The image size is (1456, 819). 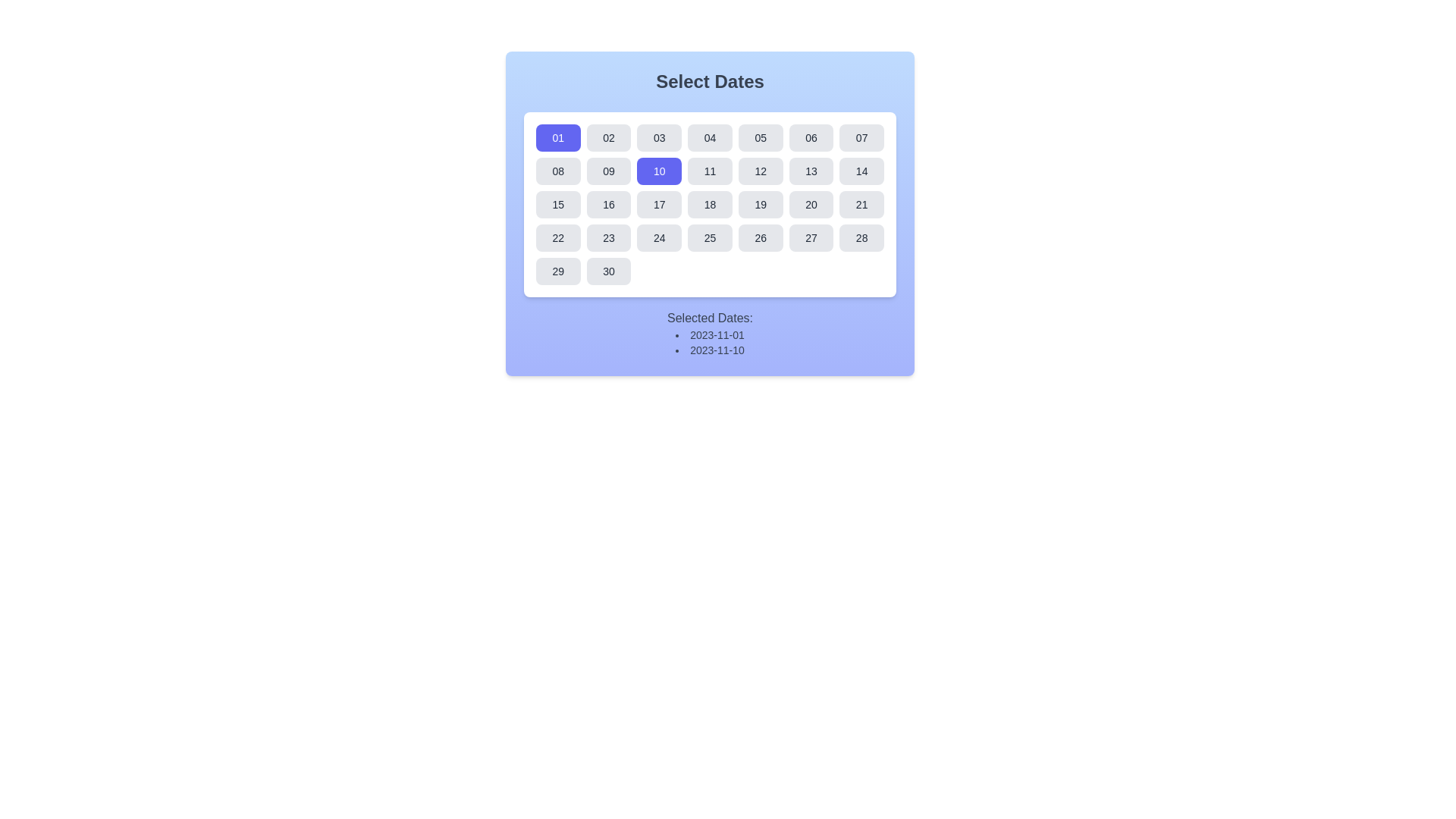 I want to click on the button labeled '29' in the 'Select Dates' section, so click(x=557, y=271).